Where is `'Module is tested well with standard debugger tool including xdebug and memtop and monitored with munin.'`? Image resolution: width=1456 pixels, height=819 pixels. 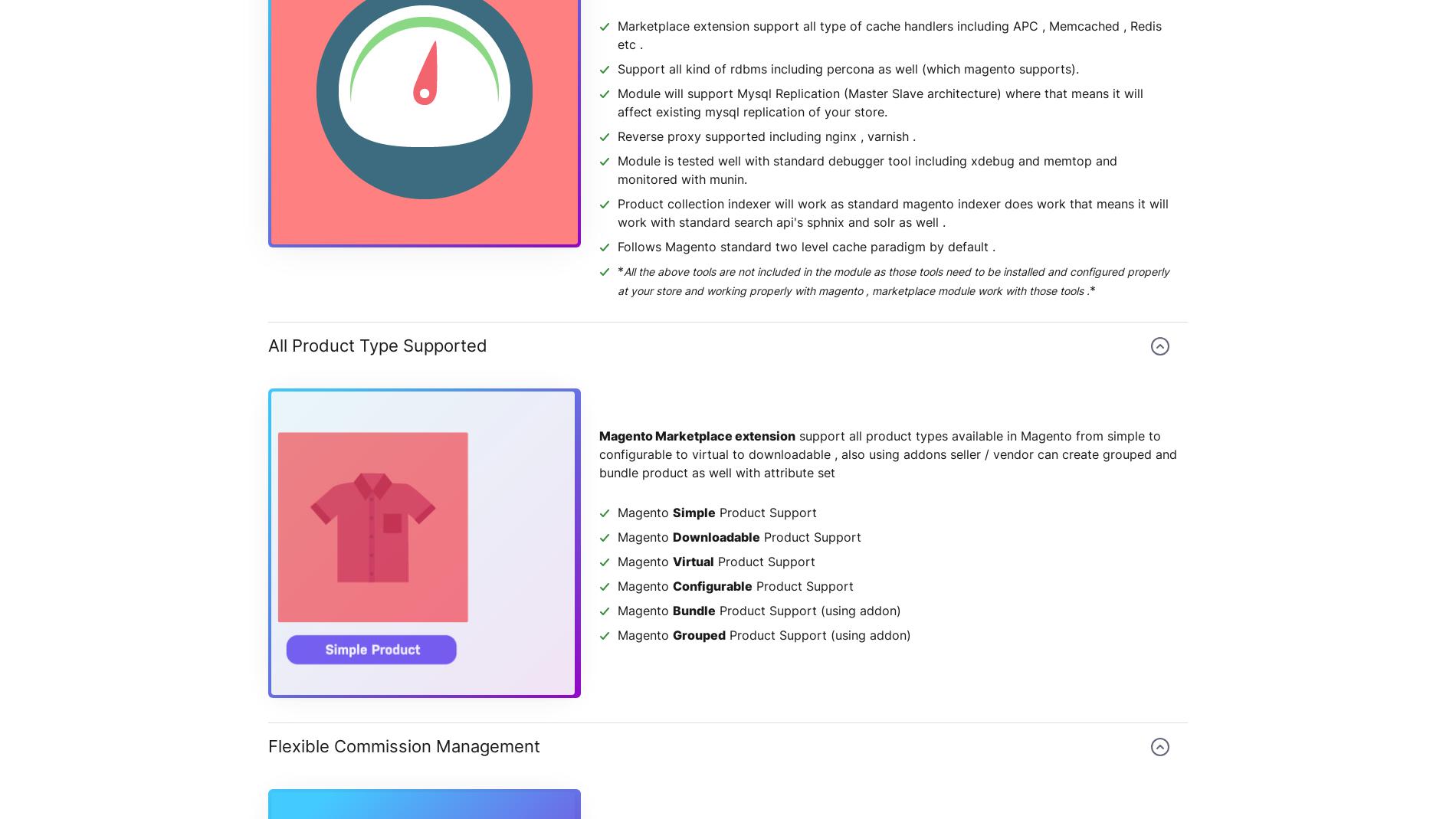 'Module is tested well with standard debugger tool including xdebug and memtop and monitored with munin.' is located at coordinates (867, 169).